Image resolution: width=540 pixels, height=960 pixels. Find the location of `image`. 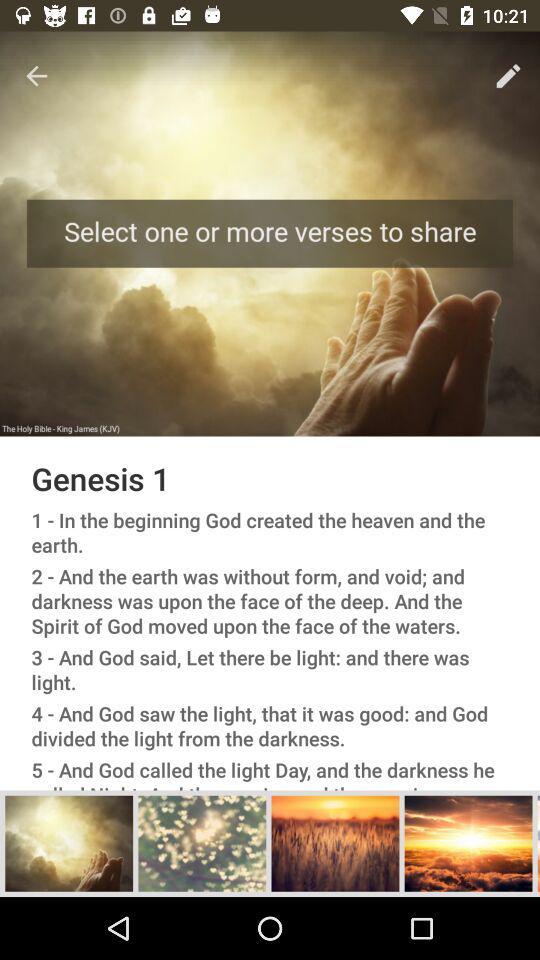

image is located at coordinates (68, 842).